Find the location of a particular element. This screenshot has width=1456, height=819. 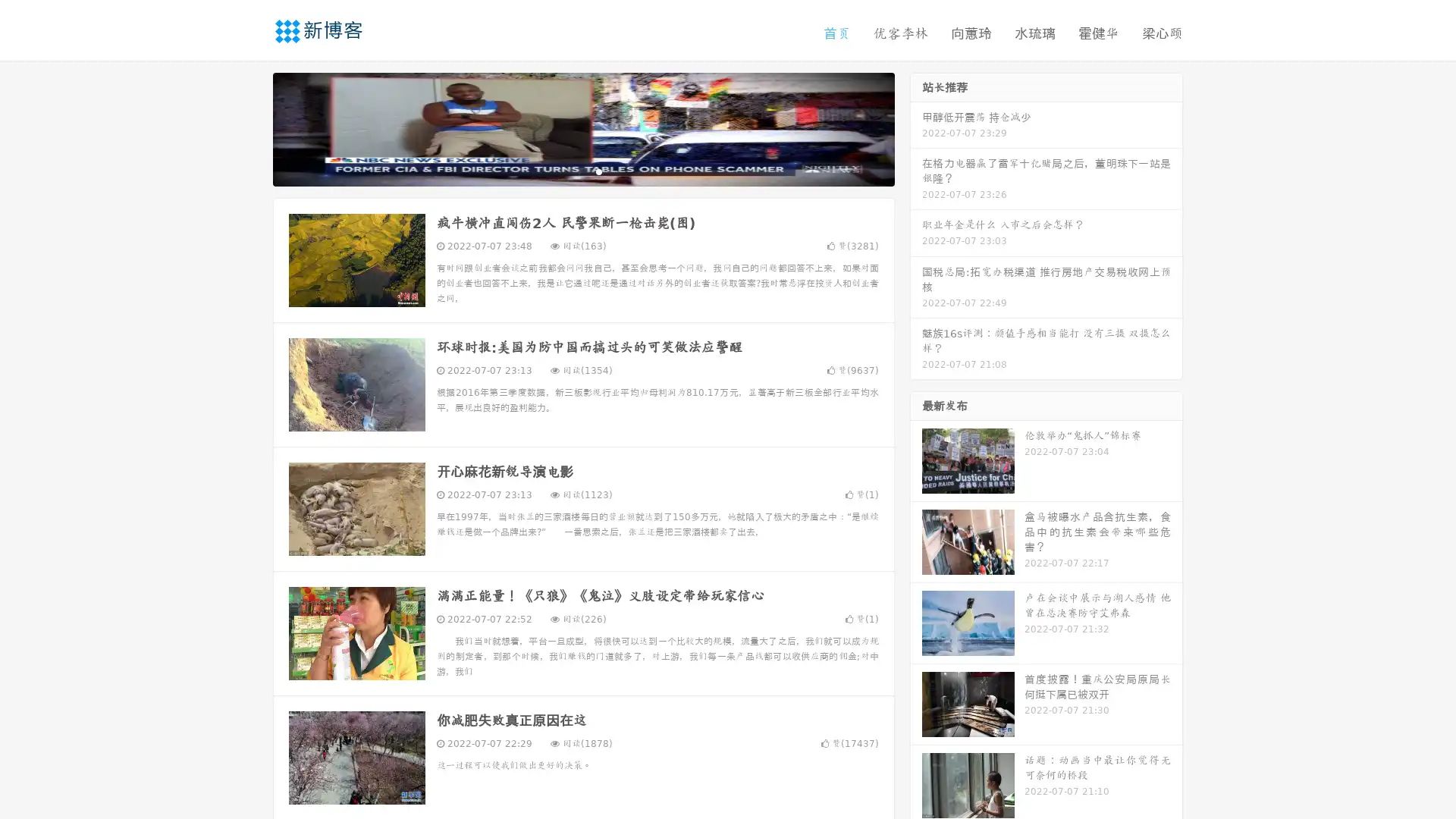

Go to slide 1 is located at coordinates (567, 171).